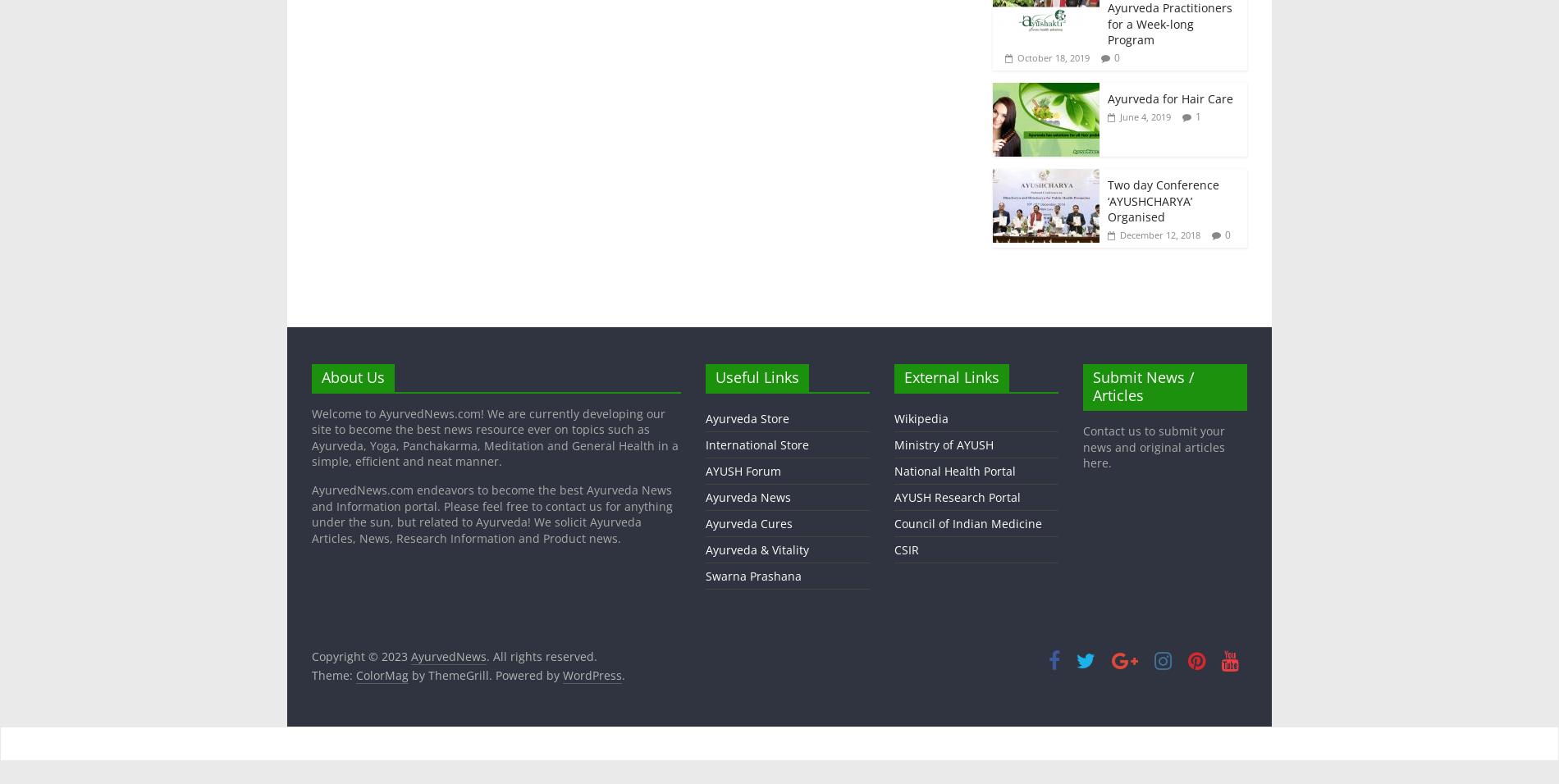 The width and height of the screenshot is (1559, 784). What do you see at coordinates (1170, 98) in the screenshot?
I see `'Ayurveda for Hair Care'` at bounding box center [1170, 98].